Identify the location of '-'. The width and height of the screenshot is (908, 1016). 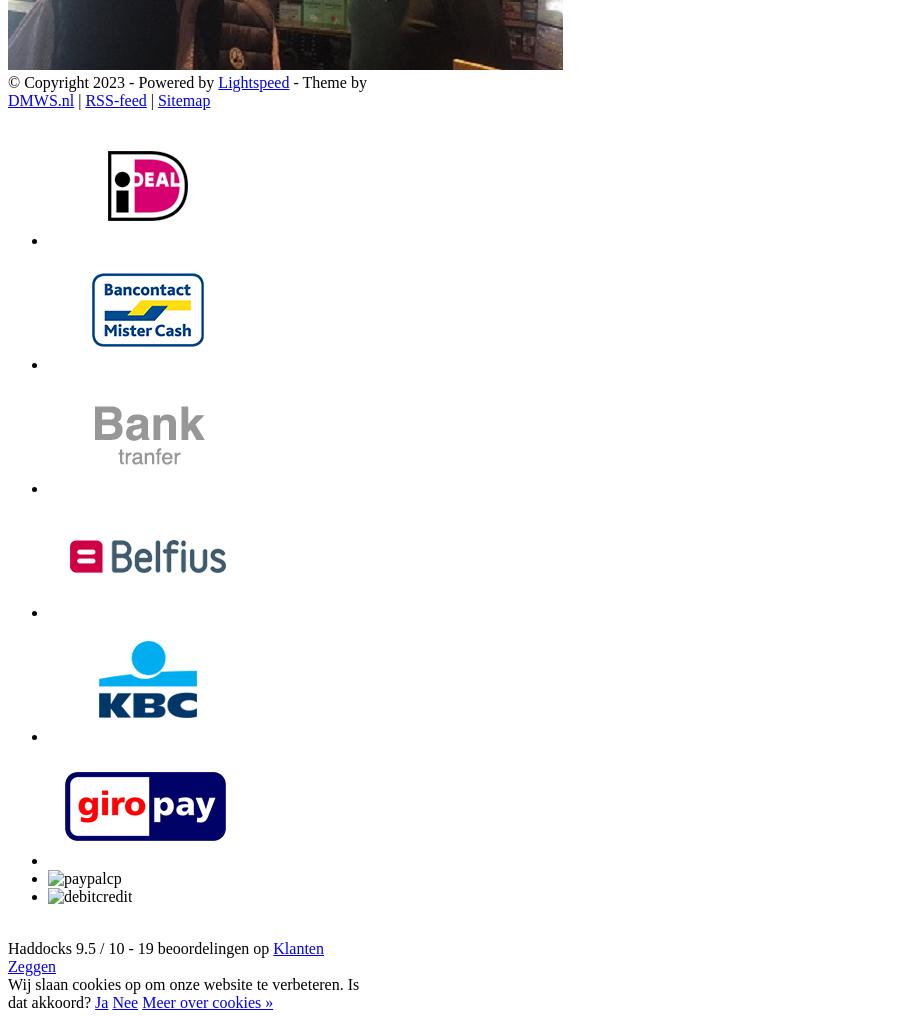
(130, 947).